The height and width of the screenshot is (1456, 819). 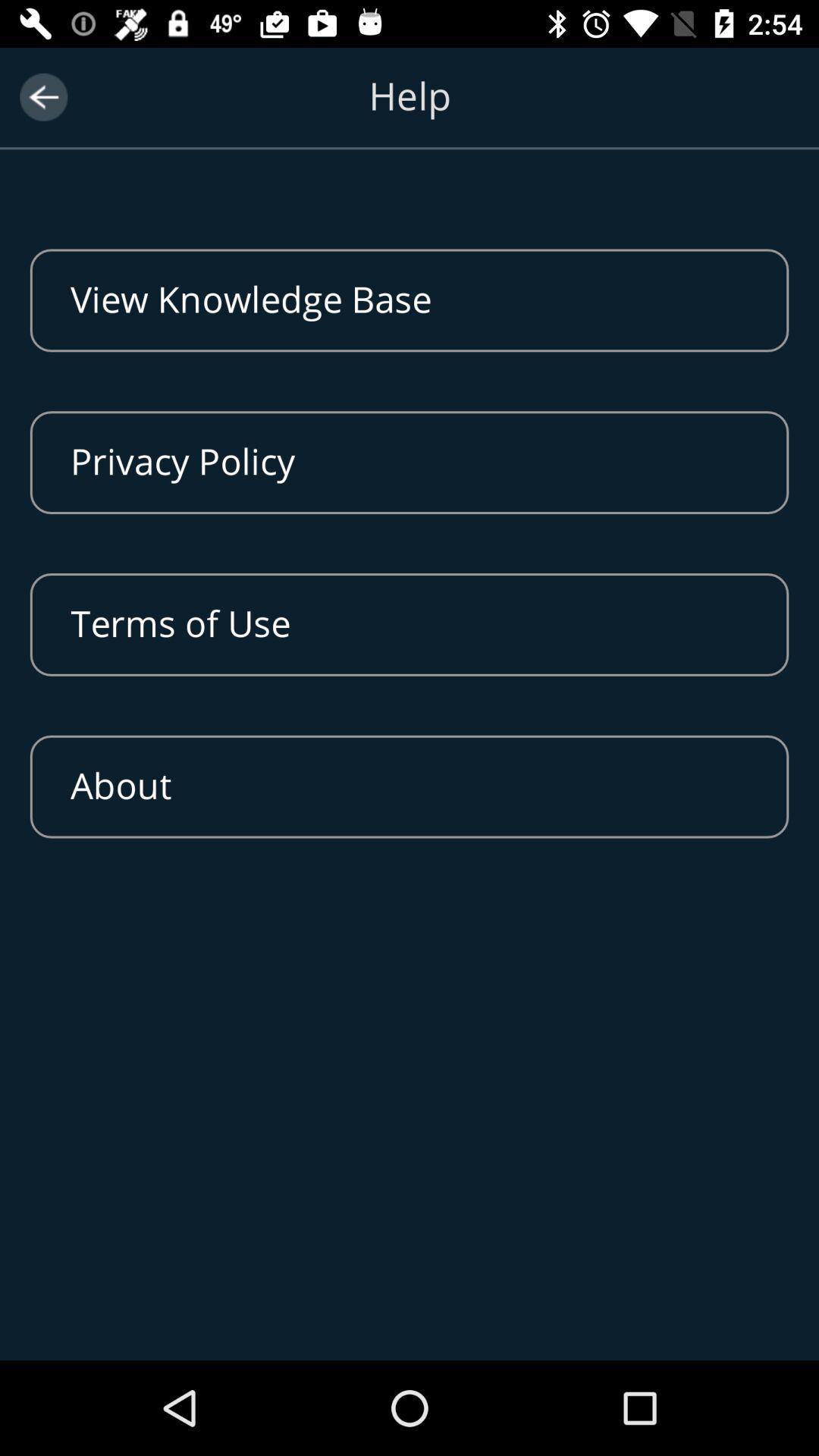 I want to click on move to the text next to back arrow, so click(x=409, y=113).